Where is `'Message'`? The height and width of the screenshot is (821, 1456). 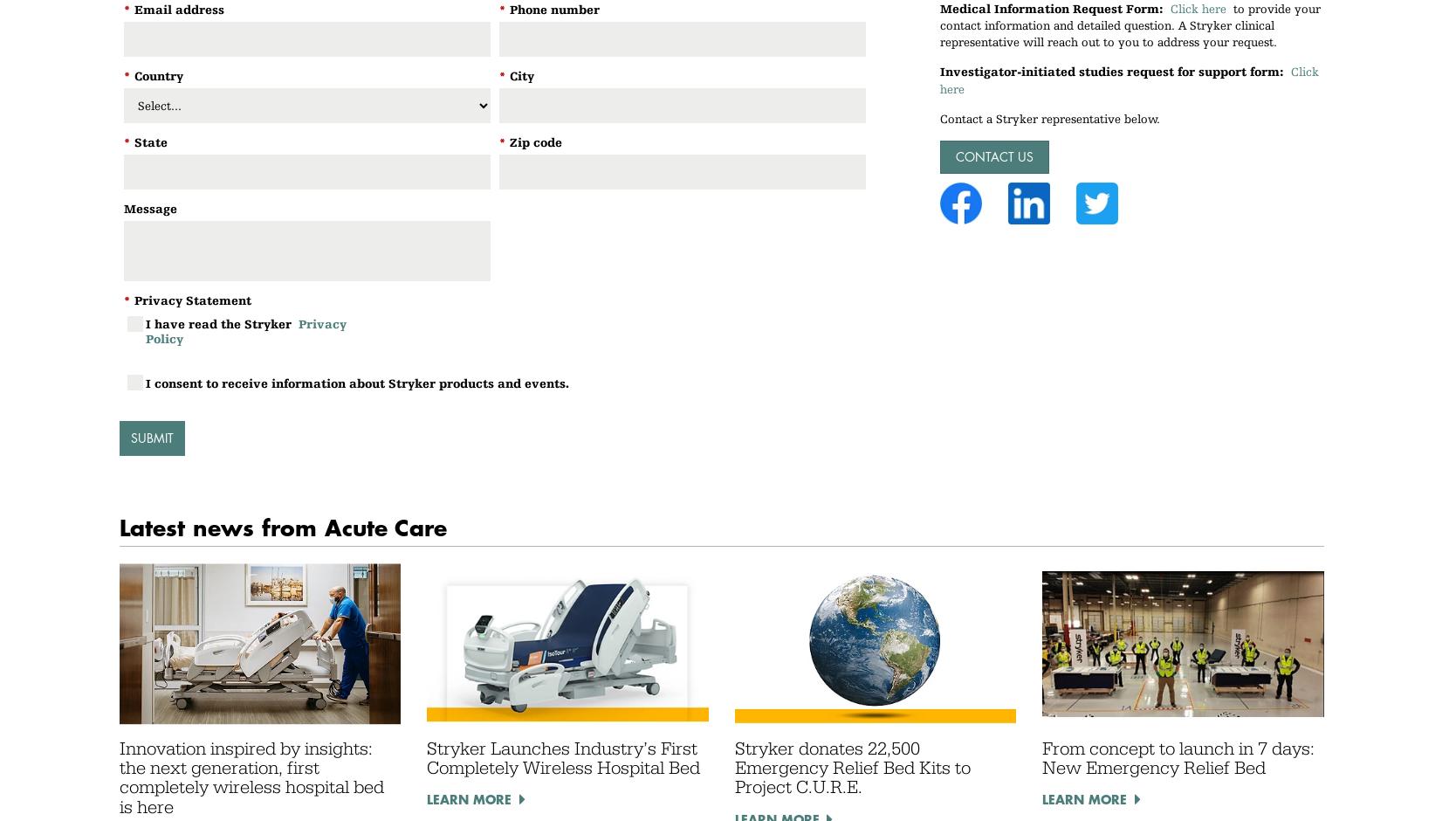
'Message' is located at coordinates (122, 209).